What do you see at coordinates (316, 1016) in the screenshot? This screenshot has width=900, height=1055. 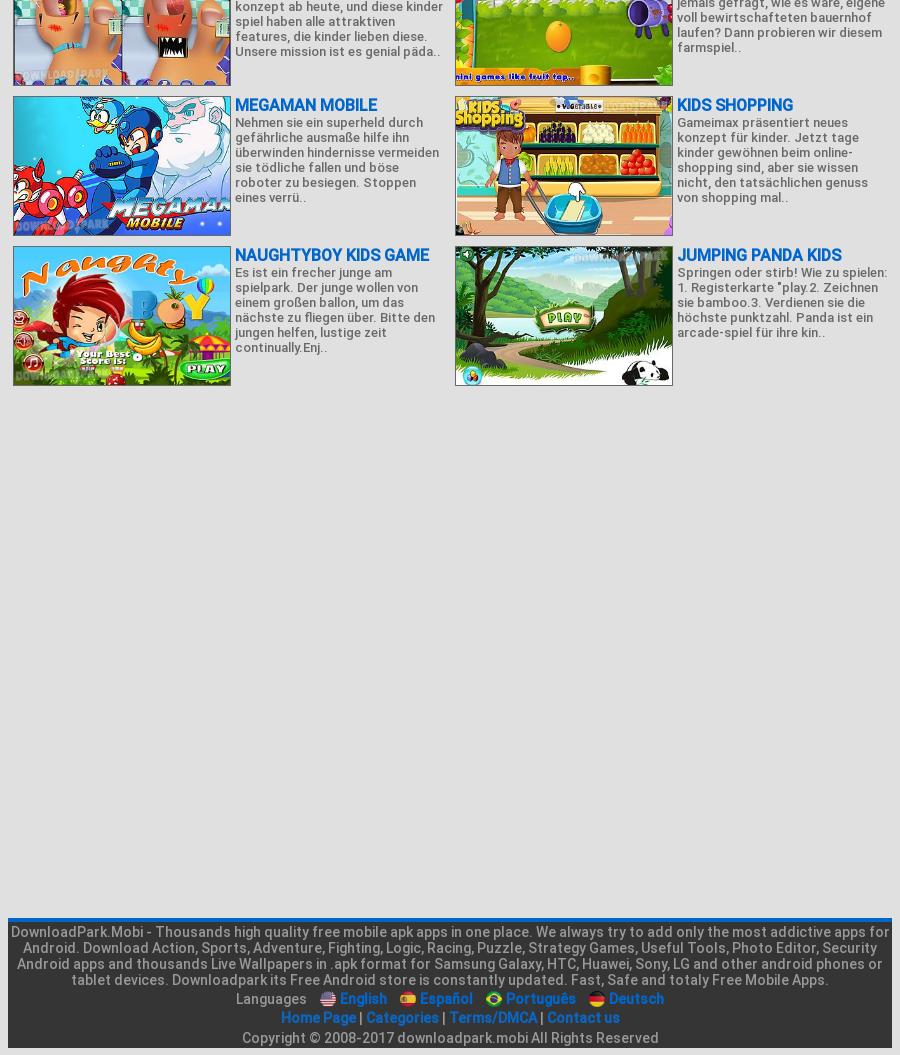 I see `'Home Page'` at bounding box center [316, 1016].